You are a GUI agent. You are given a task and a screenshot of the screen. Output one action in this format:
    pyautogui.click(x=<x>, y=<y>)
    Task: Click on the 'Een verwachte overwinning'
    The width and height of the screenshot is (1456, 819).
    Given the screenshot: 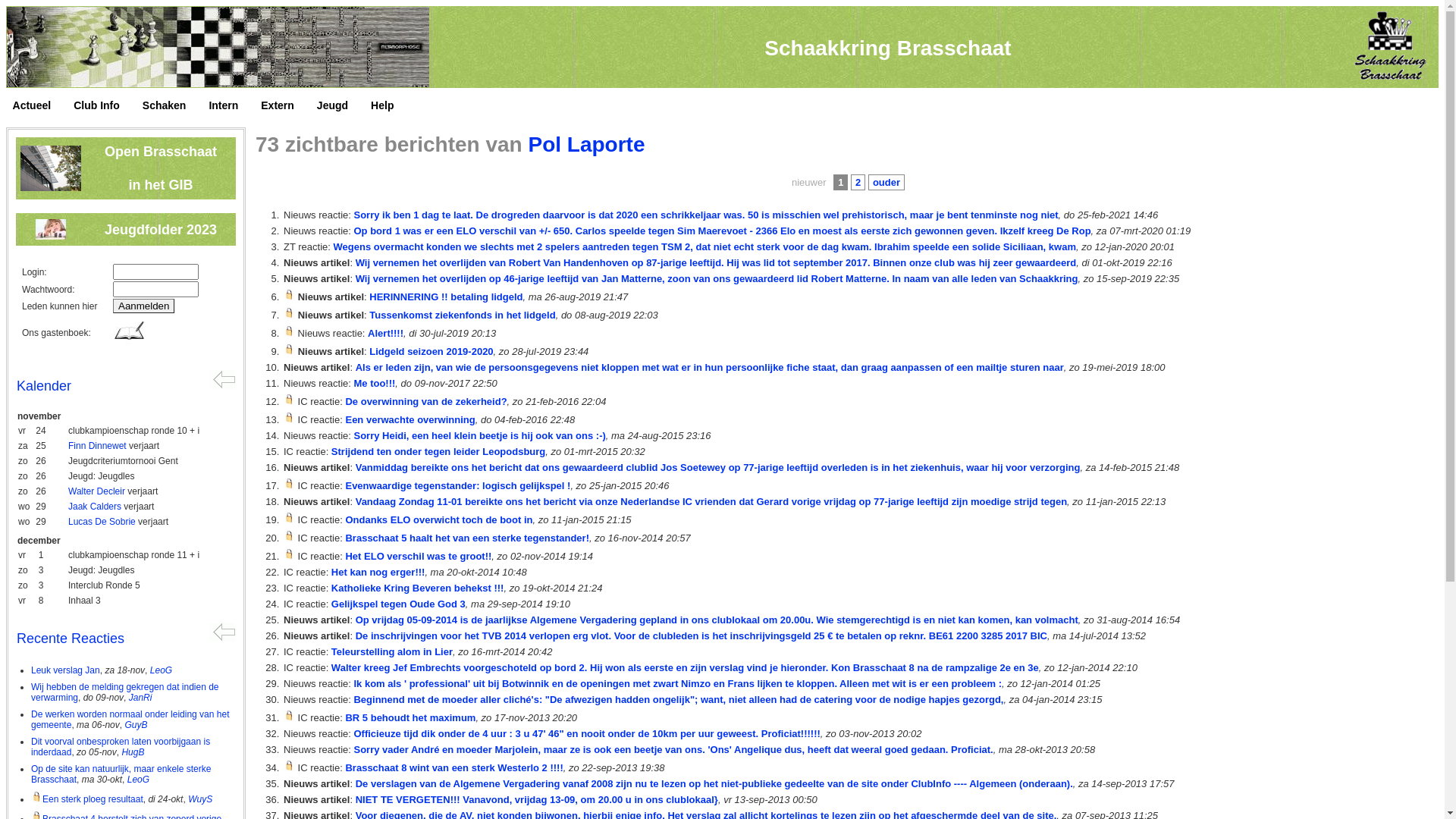 What is the action you would take?
    pyautogui.click(x=409, y=419)
    